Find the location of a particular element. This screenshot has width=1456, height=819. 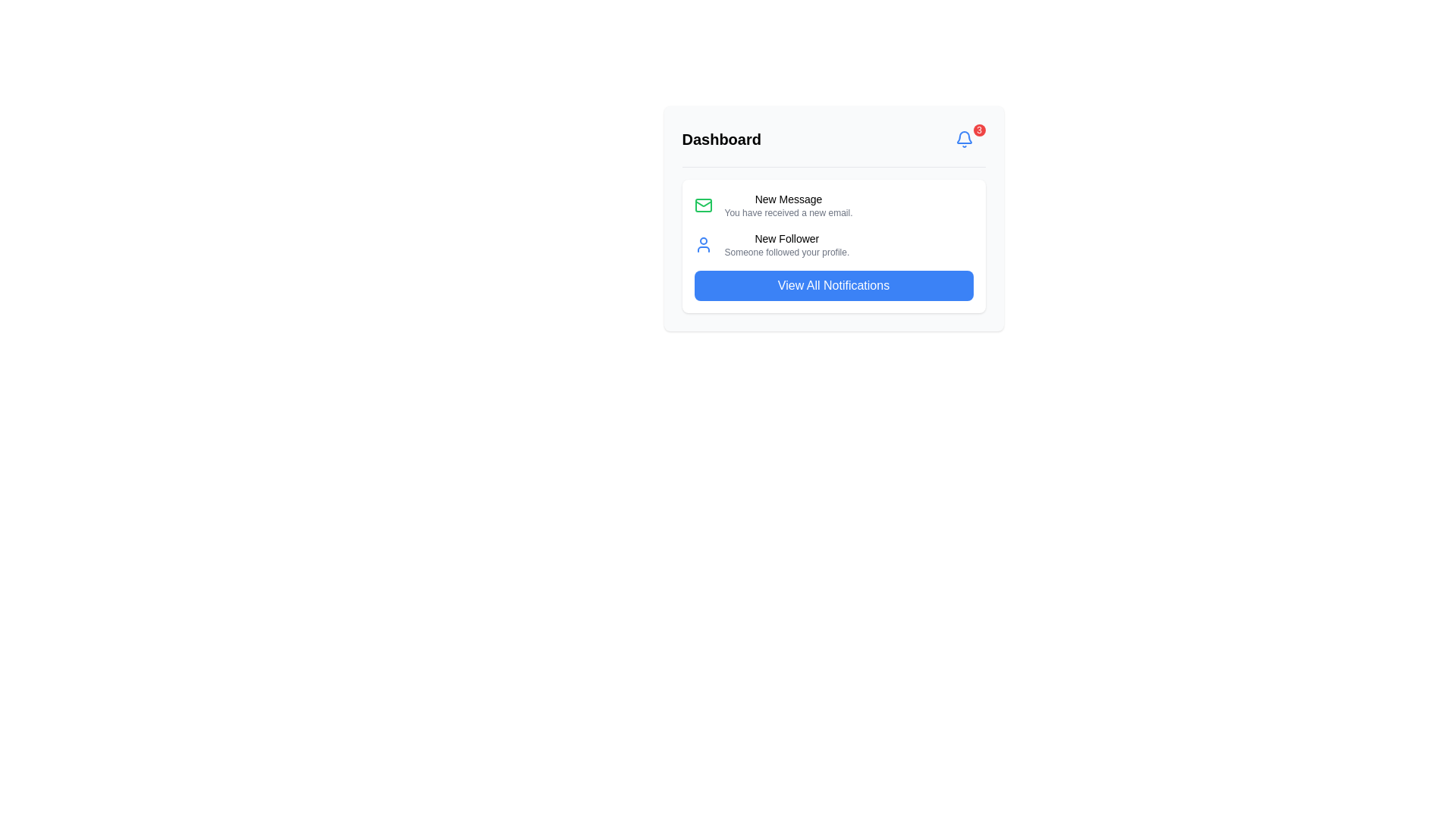

the 'New Follower' text component in the notification section is located at coordinates (786, 244).